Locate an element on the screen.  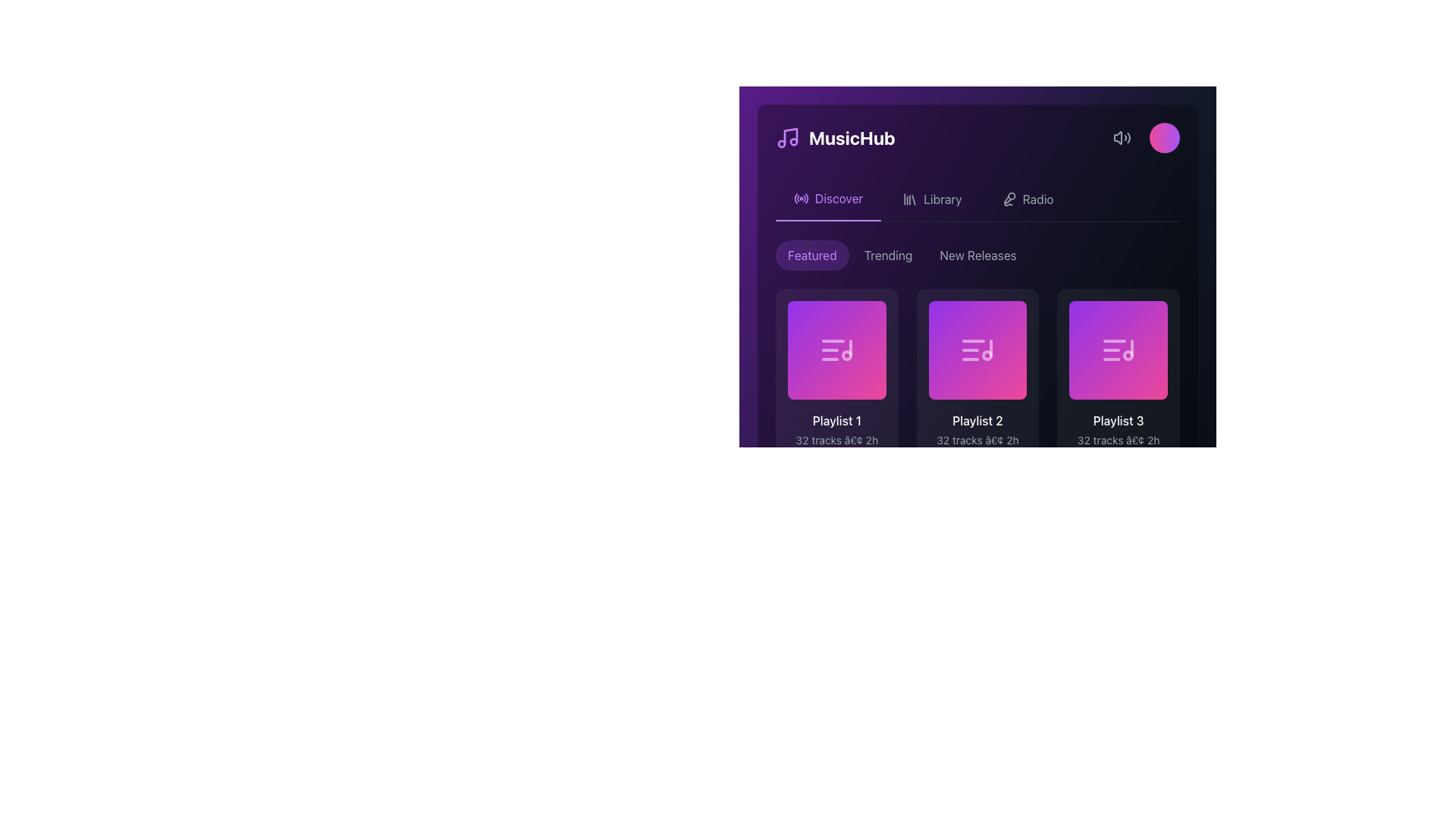
the Text Label that serves as the title or name of the associated playlist, positioned under the square icon representing the playlist is located at coordinates (836, 420).